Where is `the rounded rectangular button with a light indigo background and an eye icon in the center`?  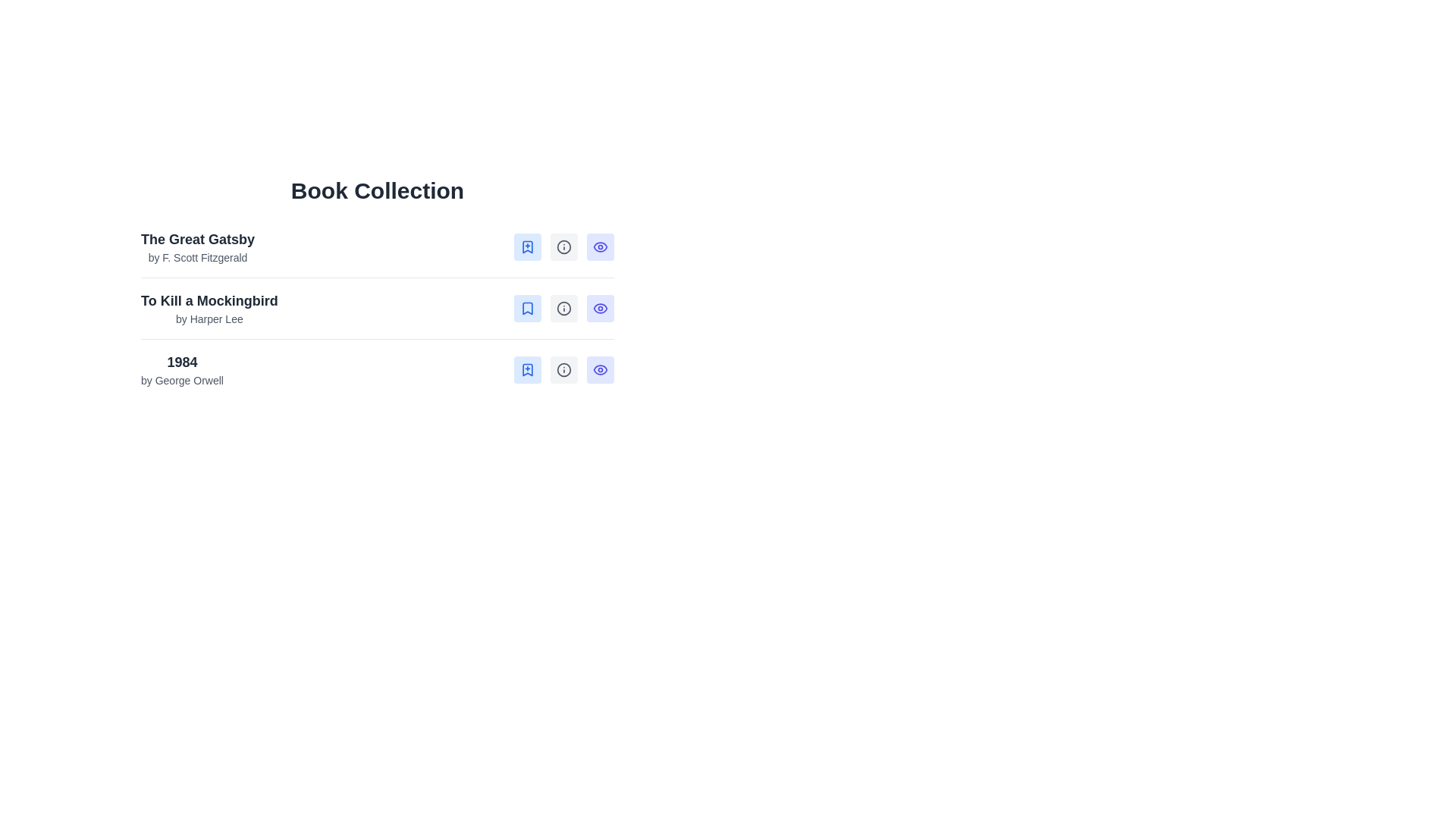 the rounded rectangular button with a light indigo background and an eye icon in the center is located at coordinates (600, 246).